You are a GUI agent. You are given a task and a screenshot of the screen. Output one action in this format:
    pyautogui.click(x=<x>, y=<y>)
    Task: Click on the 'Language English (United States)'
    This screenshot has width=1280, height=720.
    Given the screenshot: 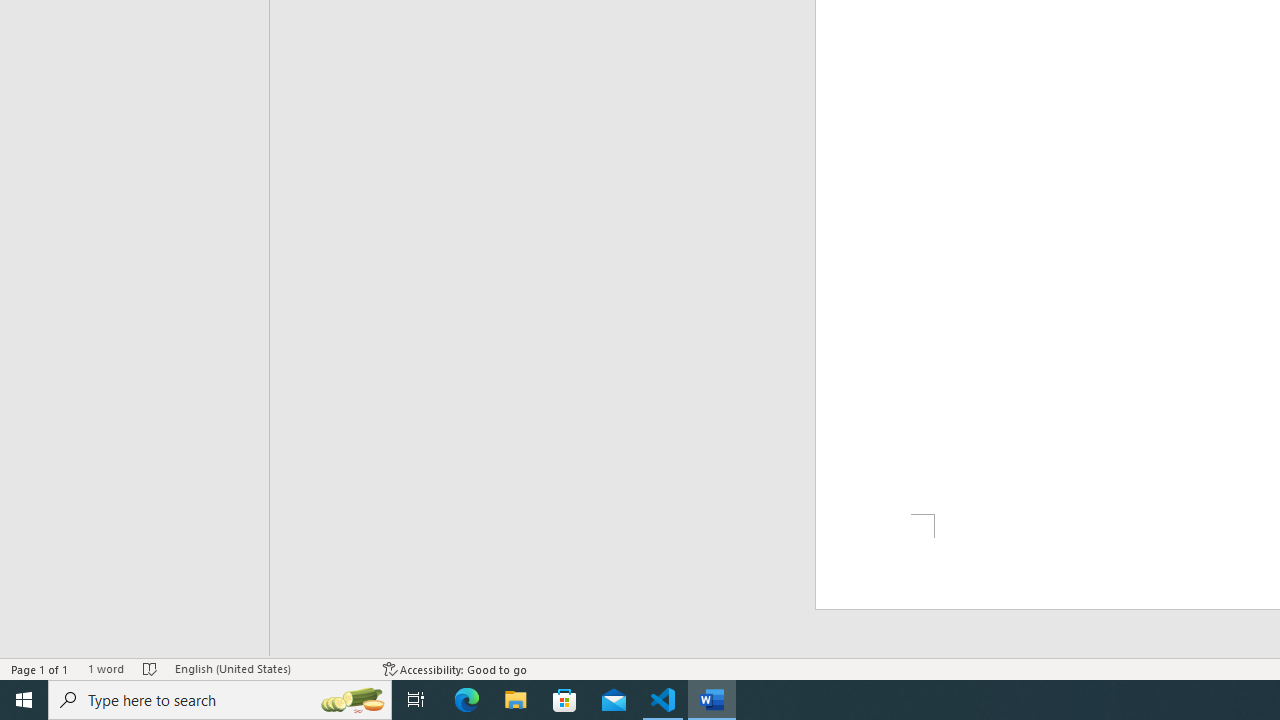 What is the action you would take?
    pyautogui.click(x=268, y=669)
    